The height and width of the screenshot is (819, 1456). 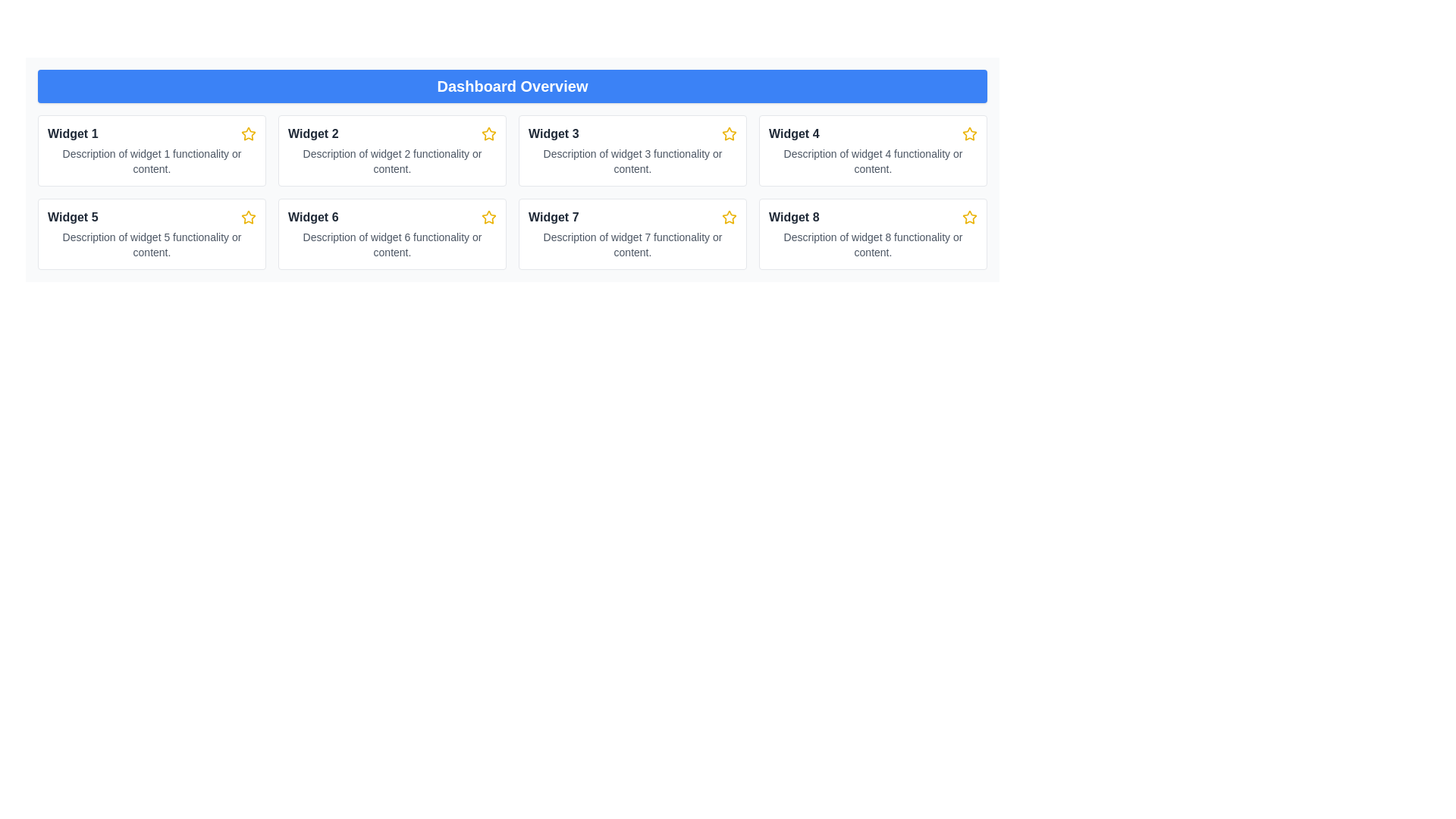 What do you see at coordinates (968, 217) in the screenshot?
I see `the yellow star-shaped icon located in the top-right corner of the 'Widget 8' card in the bottom row of the widget grid in the 'Dashboard Overview' section` at bounding box center [968, 217].